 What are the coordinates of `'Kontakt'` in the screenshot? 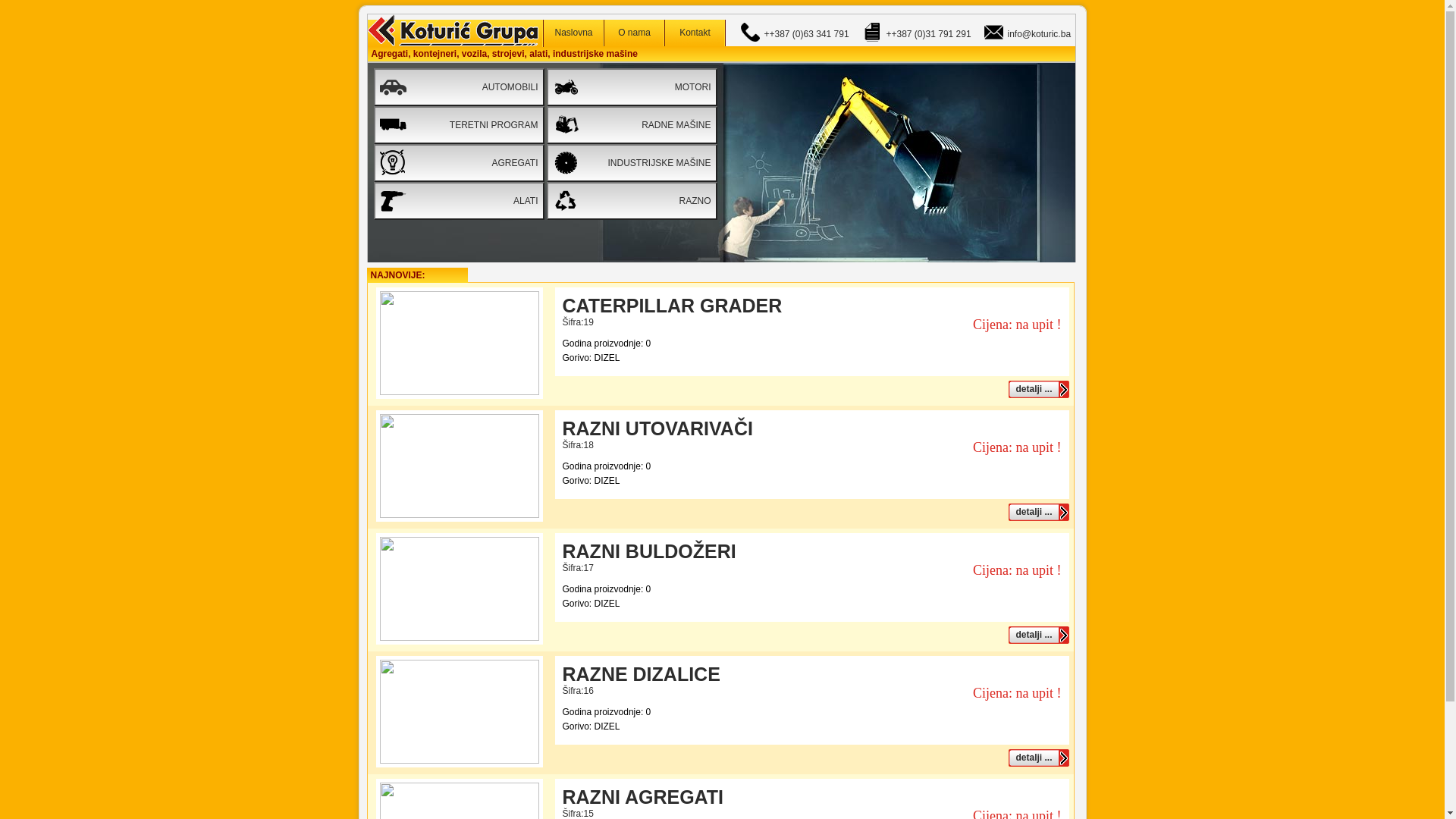 It's located at (694, 33).